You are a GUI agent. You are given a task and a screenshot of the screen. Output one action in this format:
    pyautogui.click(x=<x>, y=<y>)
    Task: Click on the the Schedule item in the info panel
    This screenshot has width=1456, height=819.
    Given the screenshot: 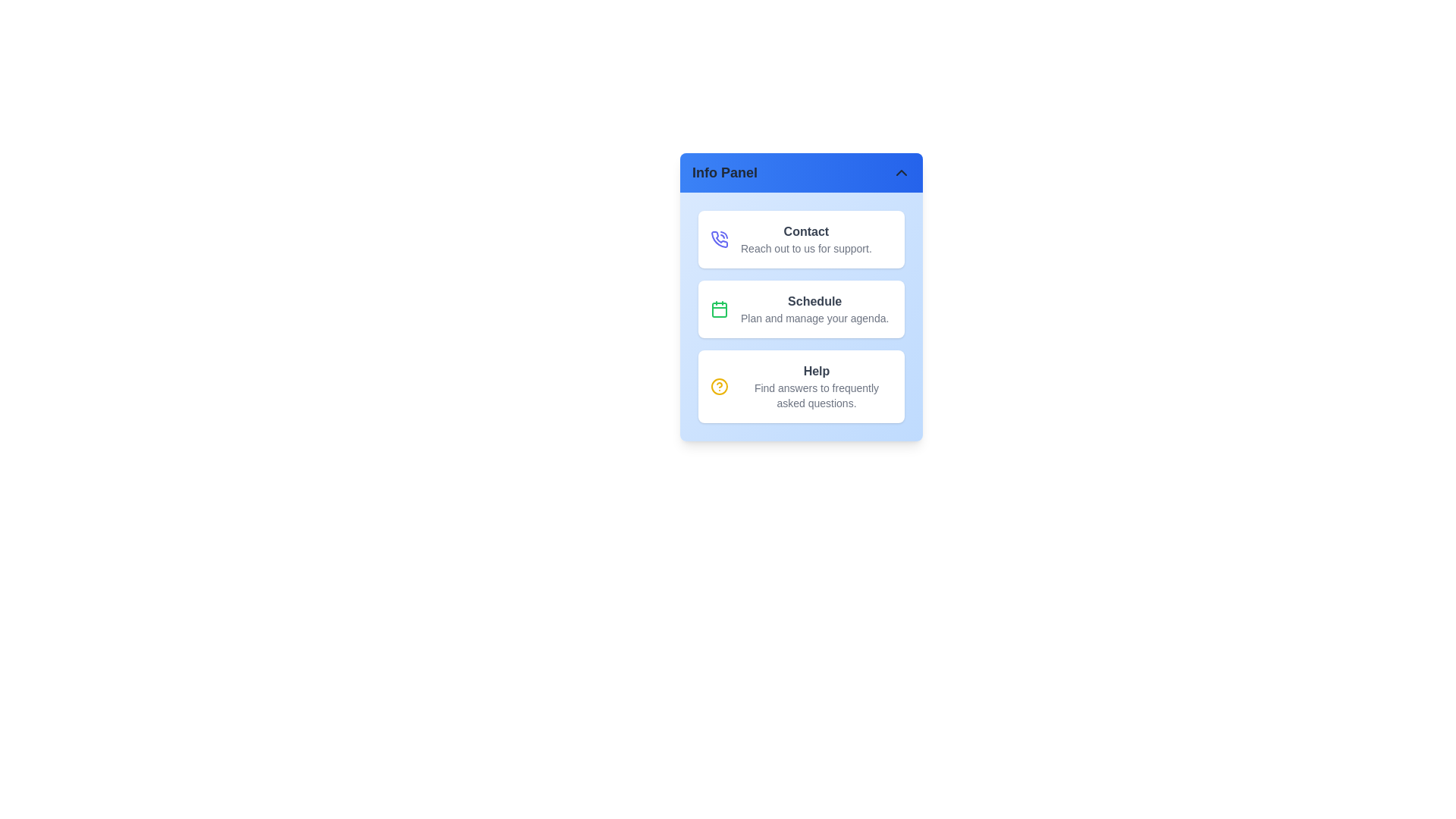 What is the action you would take?
    pyautogui.click(x=800, y=309)
    